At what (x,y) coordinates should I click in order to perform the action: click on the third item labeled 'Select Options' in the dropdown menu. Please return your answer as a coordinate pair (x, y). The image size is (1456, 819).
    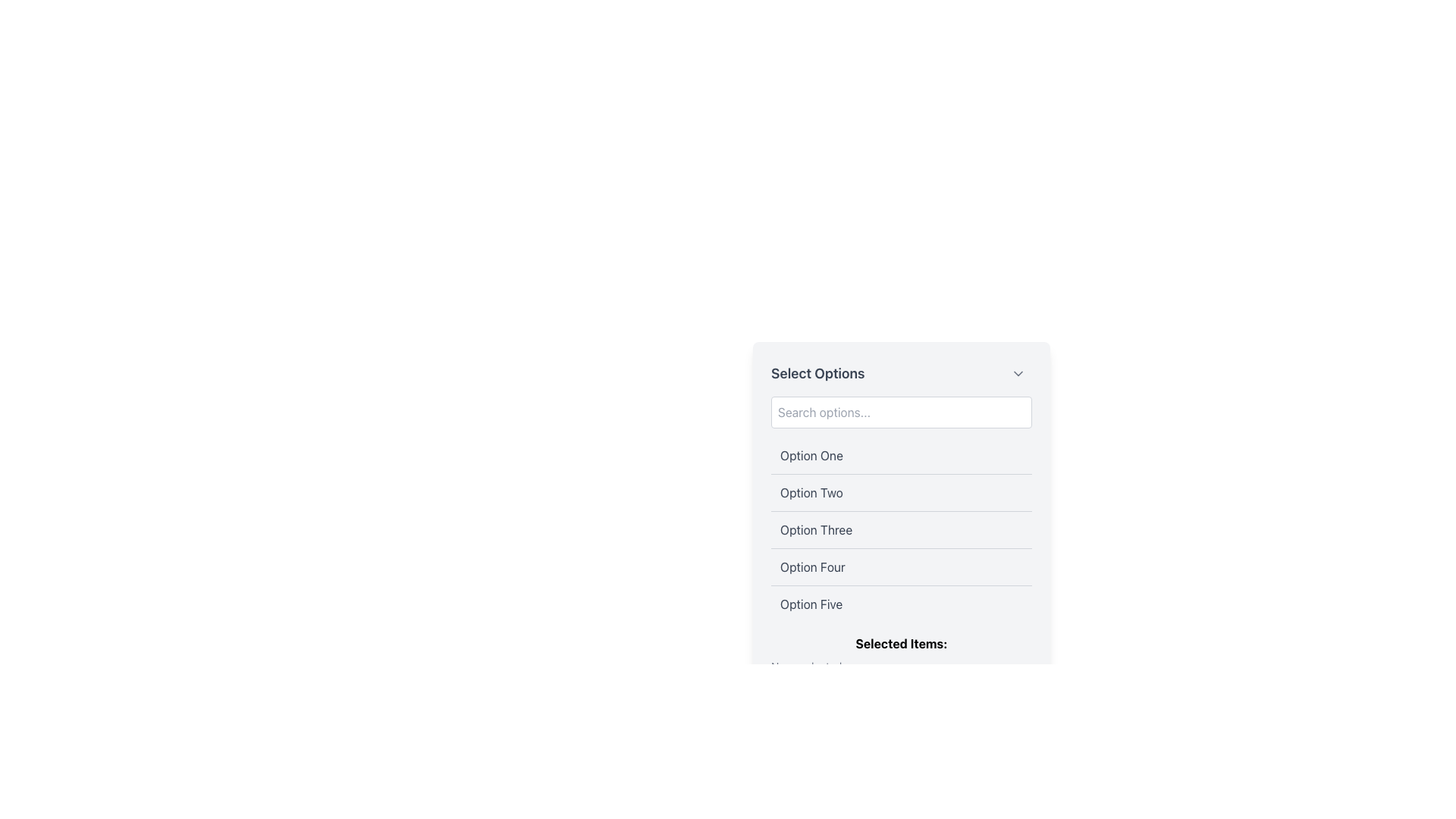
    Looking at the image, I should click on (815, 529).